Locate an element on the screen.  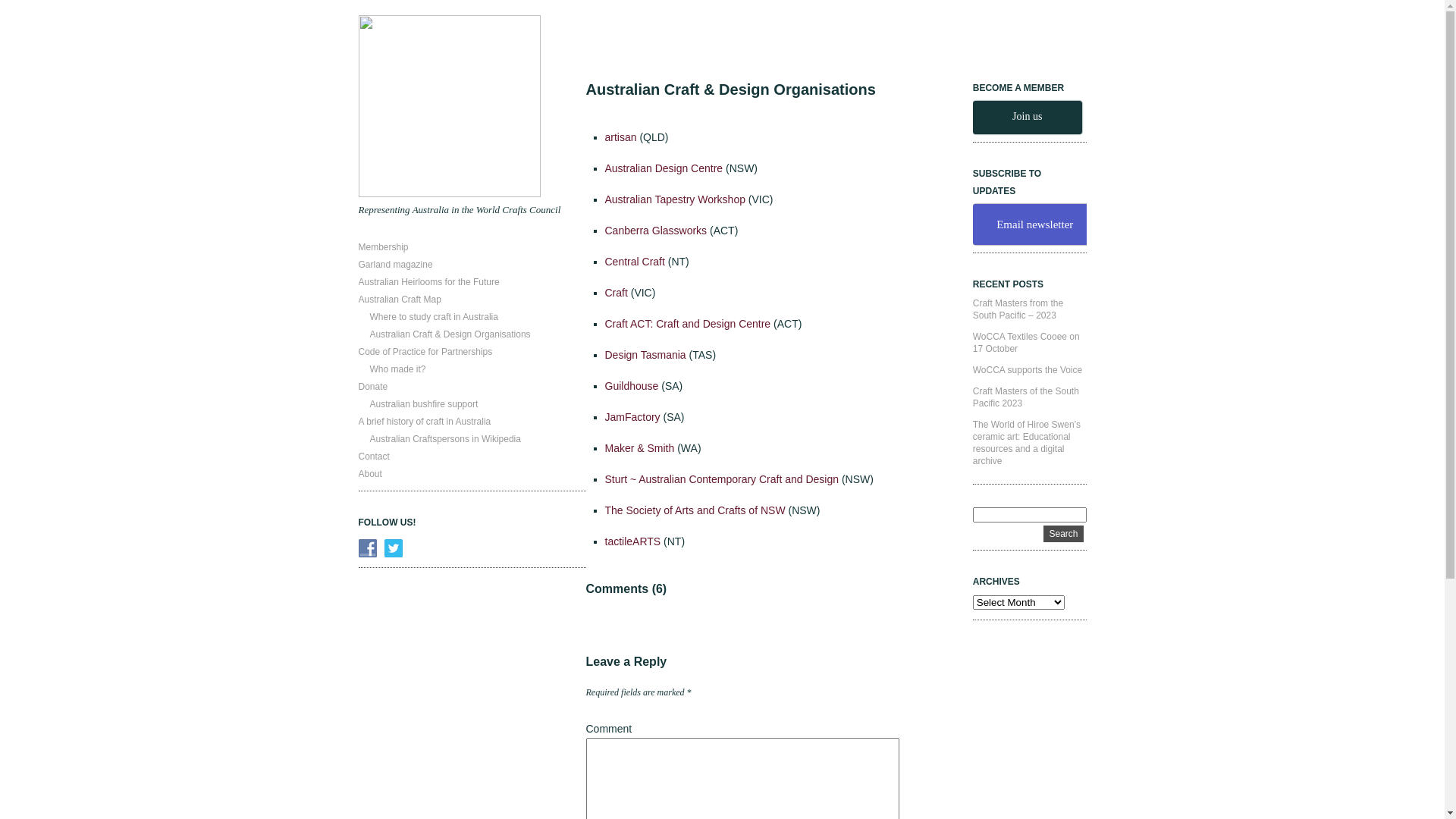
'Australian Craft & Design Organisations' is located at coordinates (450, 333).